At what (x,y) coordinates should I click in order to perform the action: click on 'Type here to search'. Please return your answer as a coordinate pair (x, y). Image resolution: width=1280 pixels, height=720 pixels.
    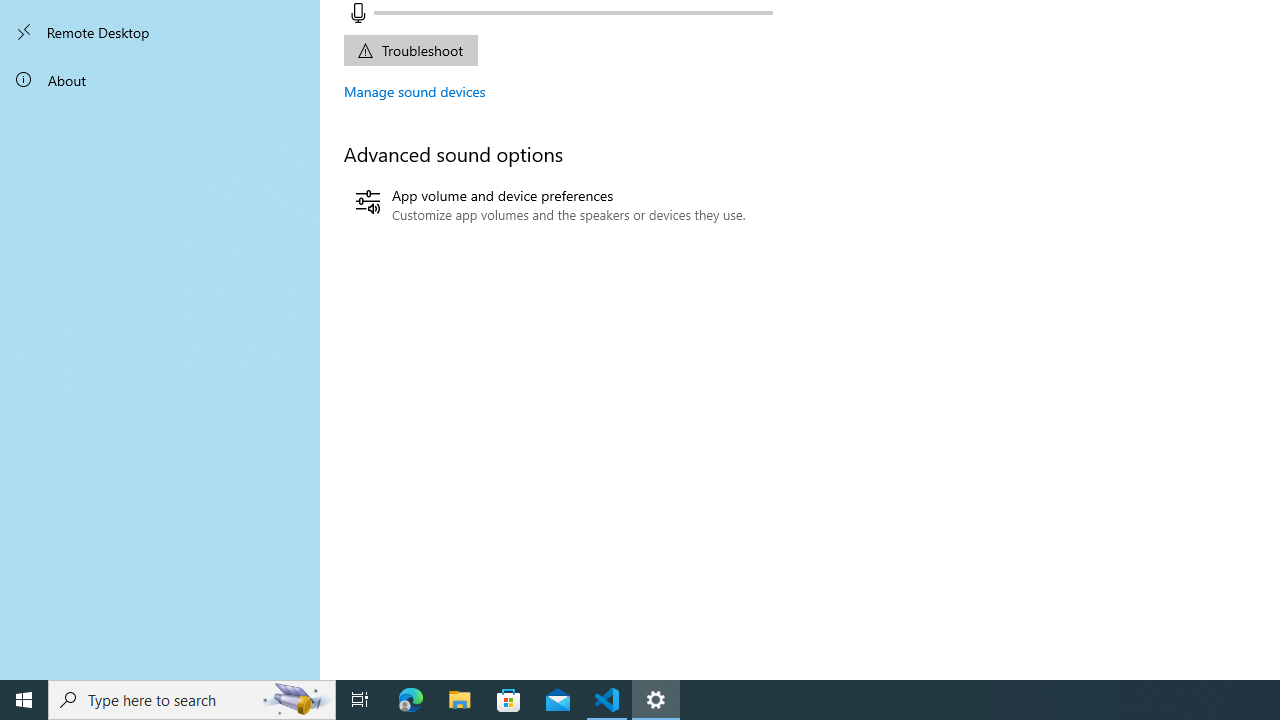
    Looking at the image, I should click on (192, 698).